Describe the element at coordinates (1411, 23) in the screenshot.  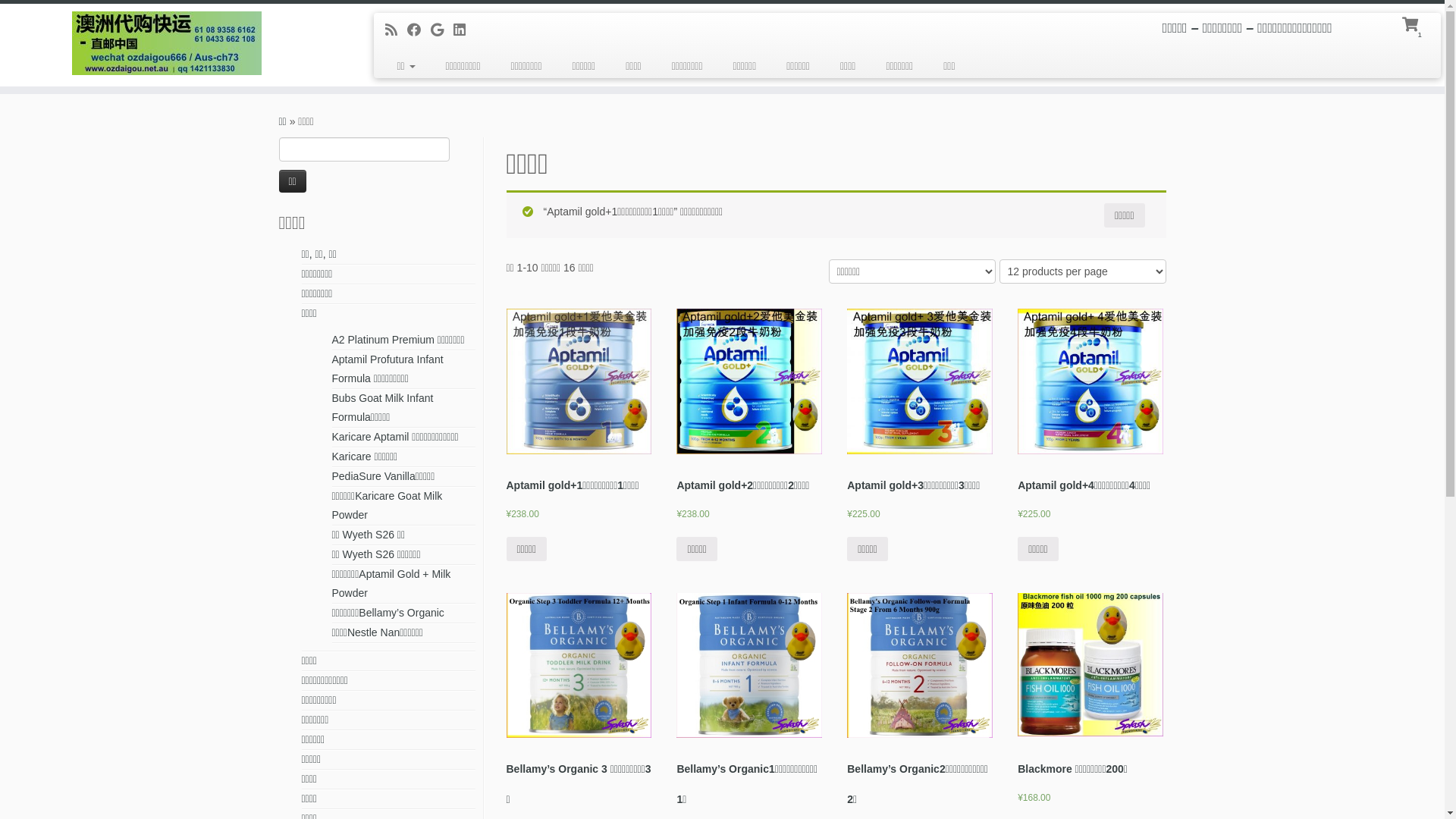
I see `'1'` at that location.